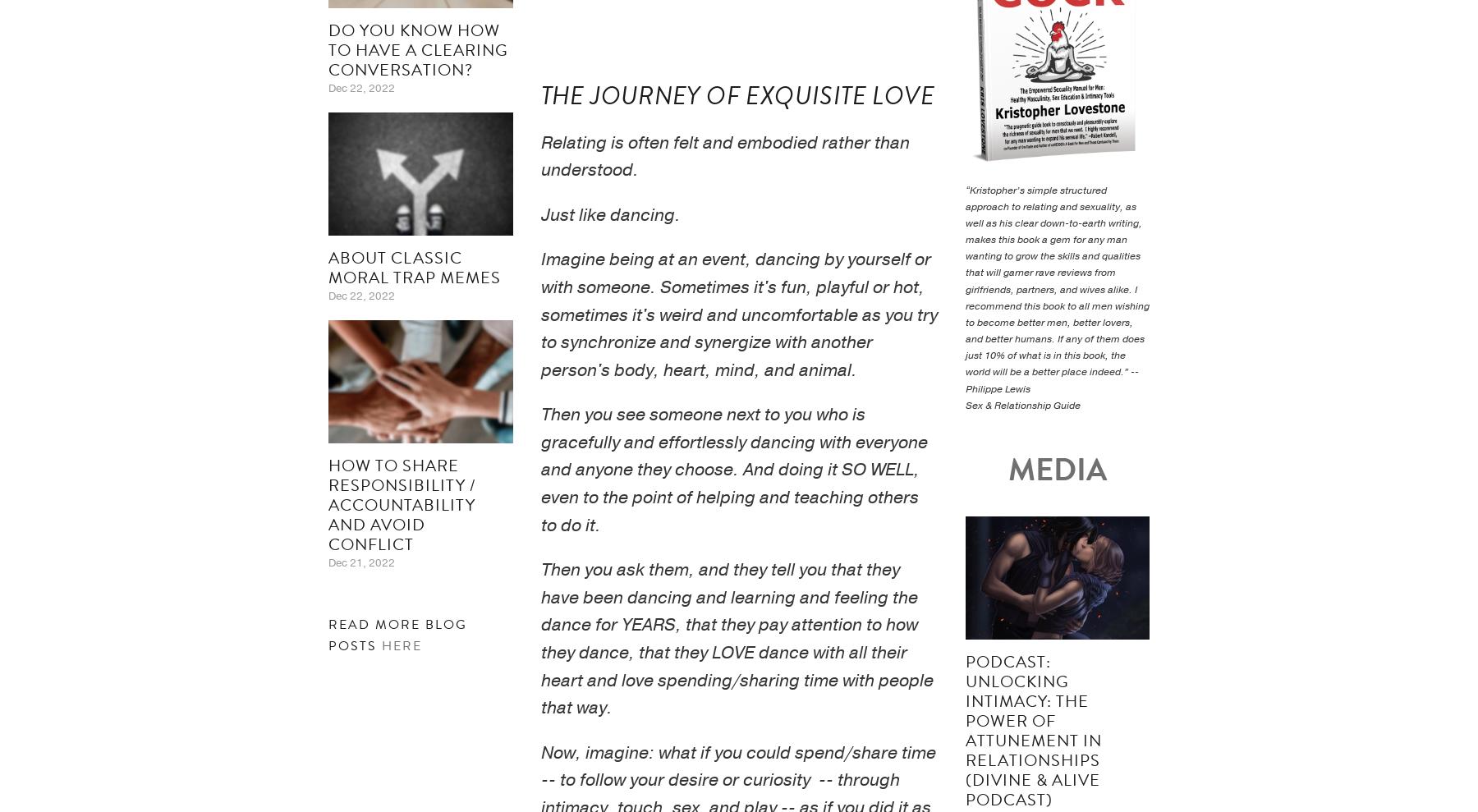  What do you see at coordinates (609, 213) in the screenshot?
I see `'Just like dancing.'` at bounding box center [609, 213].